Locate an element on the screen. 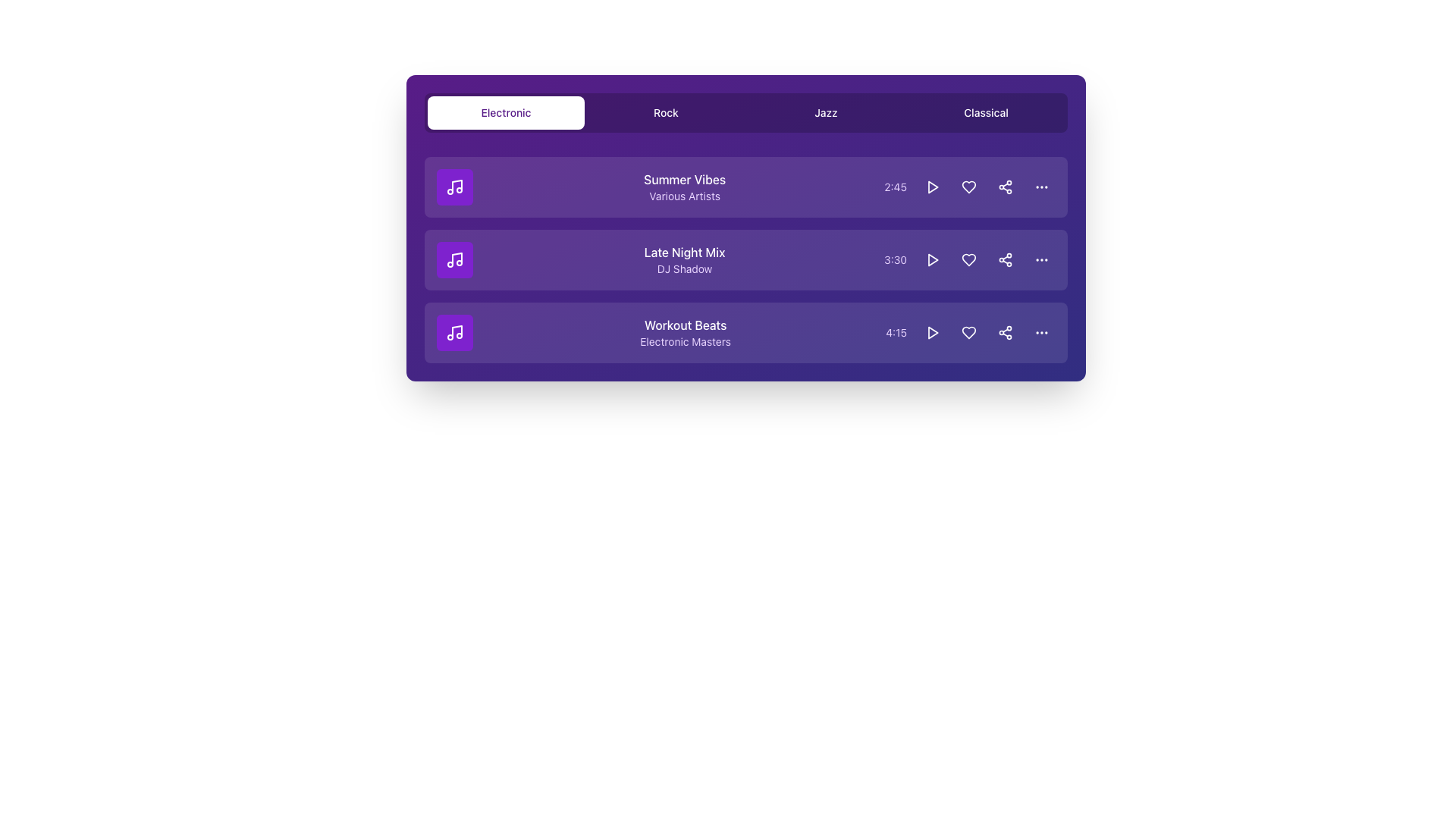 The image size is (1456, 819). the ellipsis button consisting of three horizontally aligned dots on a purple background, located at the far right of the 'Workout Beats' list entry is located at coordinates (1040, 186).